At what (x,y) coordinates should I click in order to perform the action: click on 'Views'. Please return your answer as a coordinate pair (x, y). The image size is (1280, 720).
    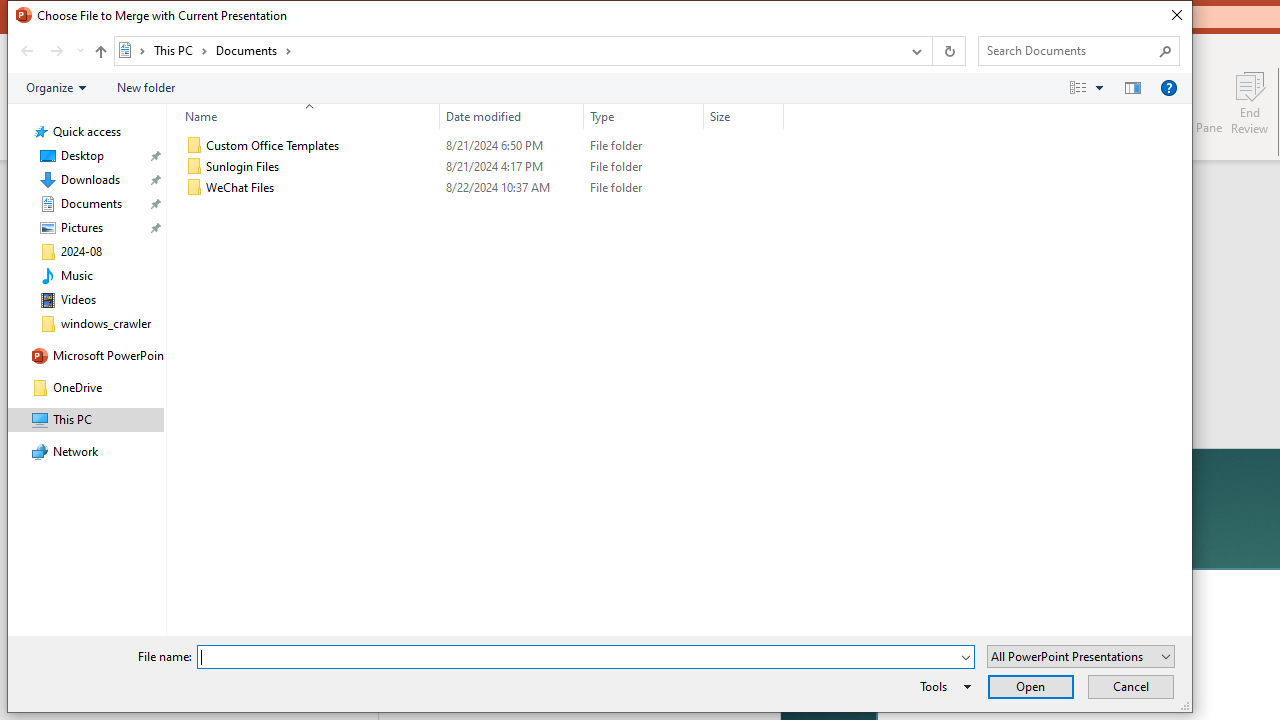
    Looking at the image, I should click on (1090, 86).